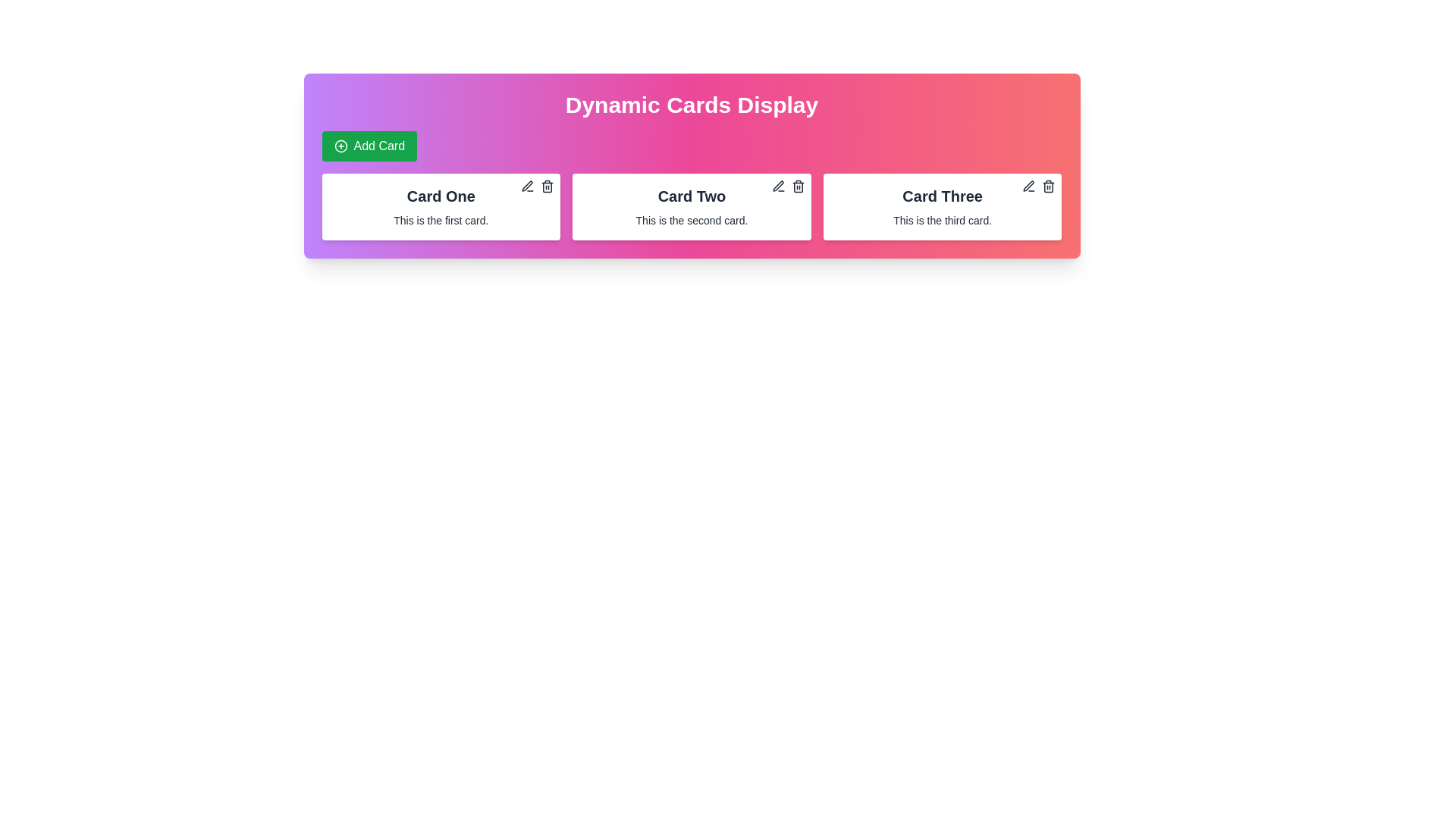 The height and width of the screenshot is (819, 1456). Describe the element at coordinates (788, 186) in the screenshot. I see `the left icon button in the upper-right corner of 'Card Two'` at that location.